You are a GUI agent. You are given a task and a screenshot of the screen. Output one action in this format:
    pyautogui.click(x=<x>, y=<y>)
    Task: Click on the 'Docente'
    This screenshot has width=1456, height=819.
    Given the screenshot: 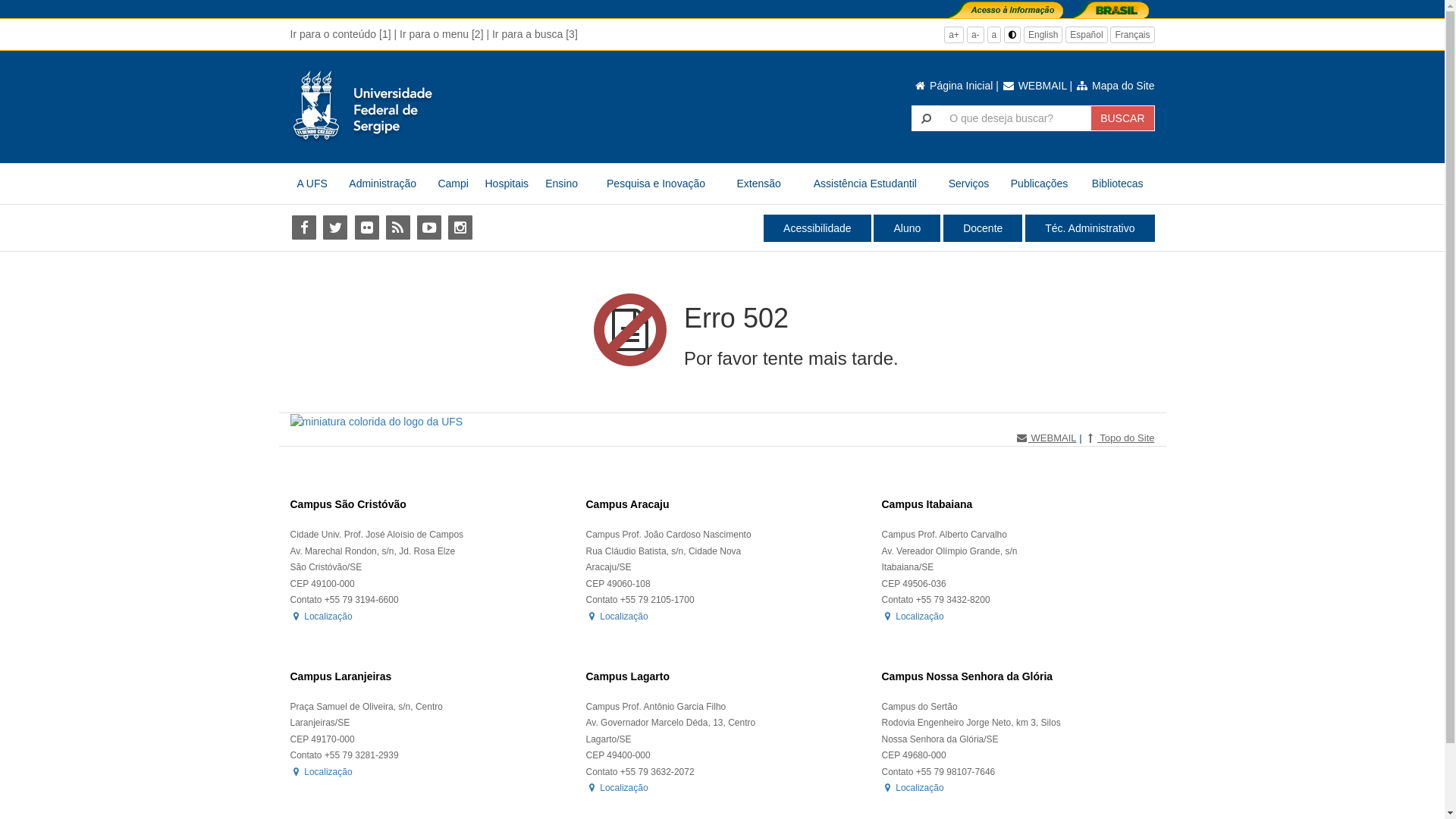 What is the action you would take?
    pyautogui.click(x=983, y=227)
    